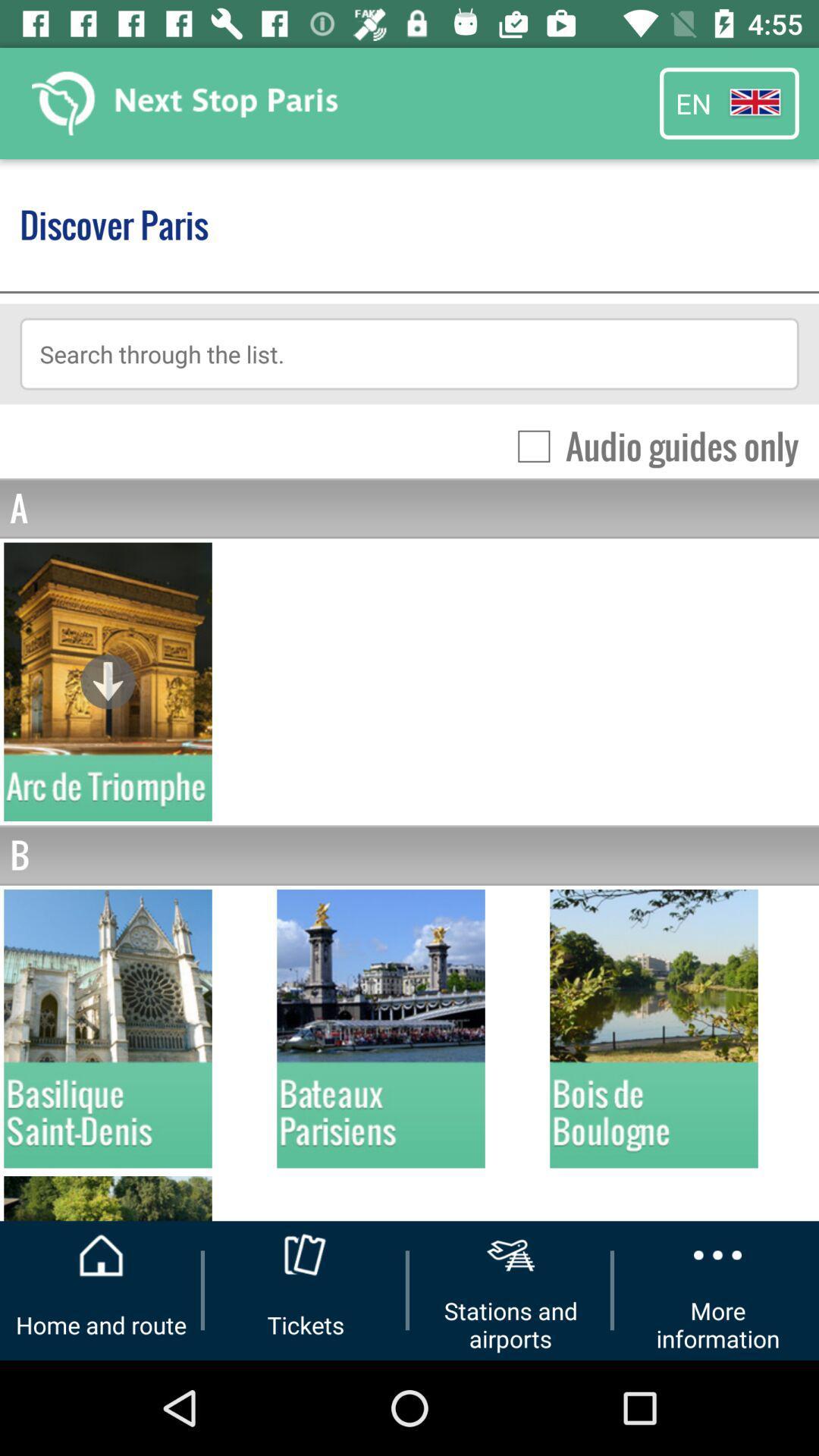 This screenshot has width=819, height=1456. What do you see at coordinates (409, 353) in the screenshot?
I see `icon above the audio guides only` at bounding box center [409, 353].